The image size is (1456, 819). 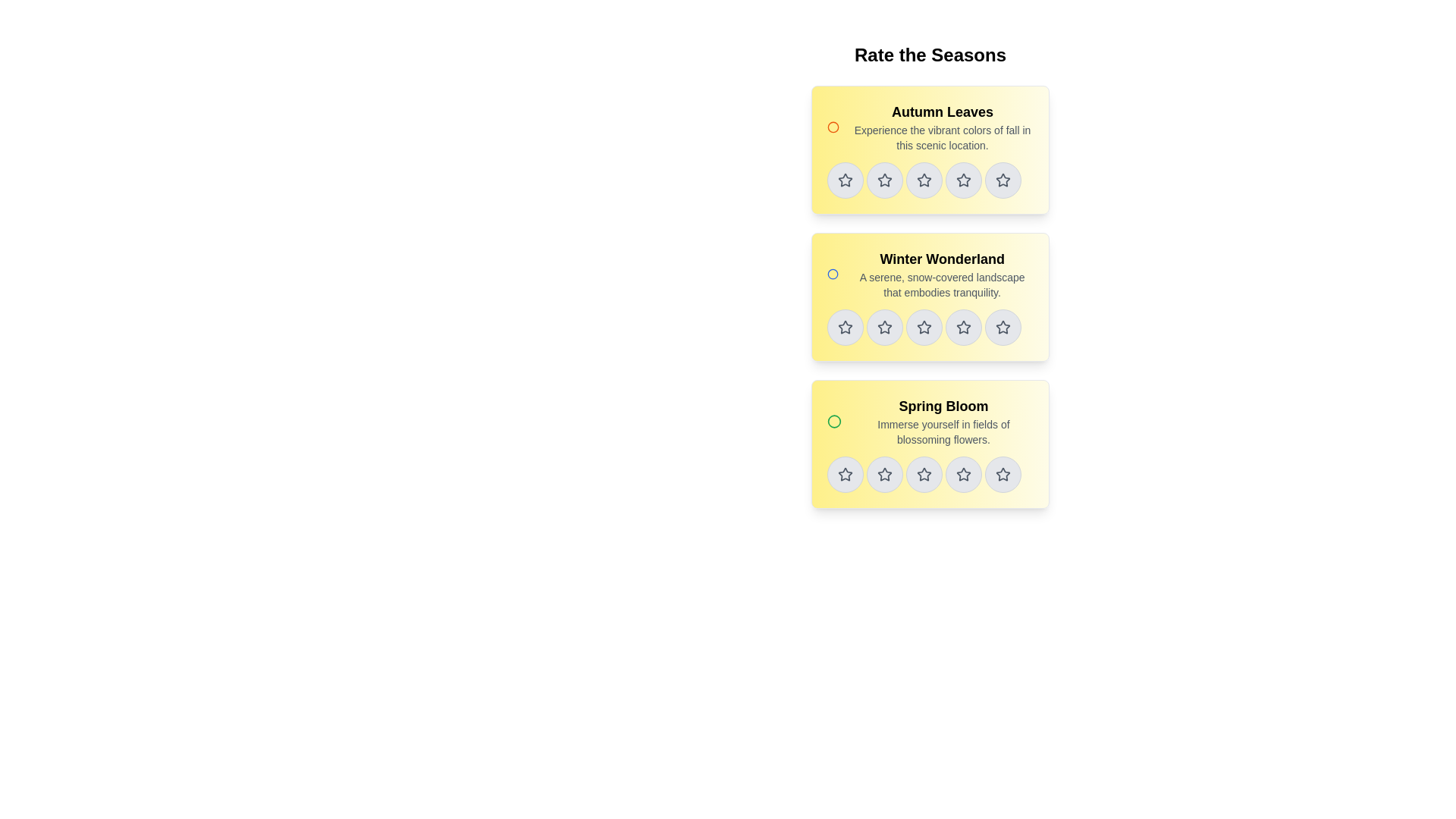 What do you see at coordinates (963, 473) in the screenshot?
I see `the circular button with a gray background and star icon` at bounding box center [963, 473].